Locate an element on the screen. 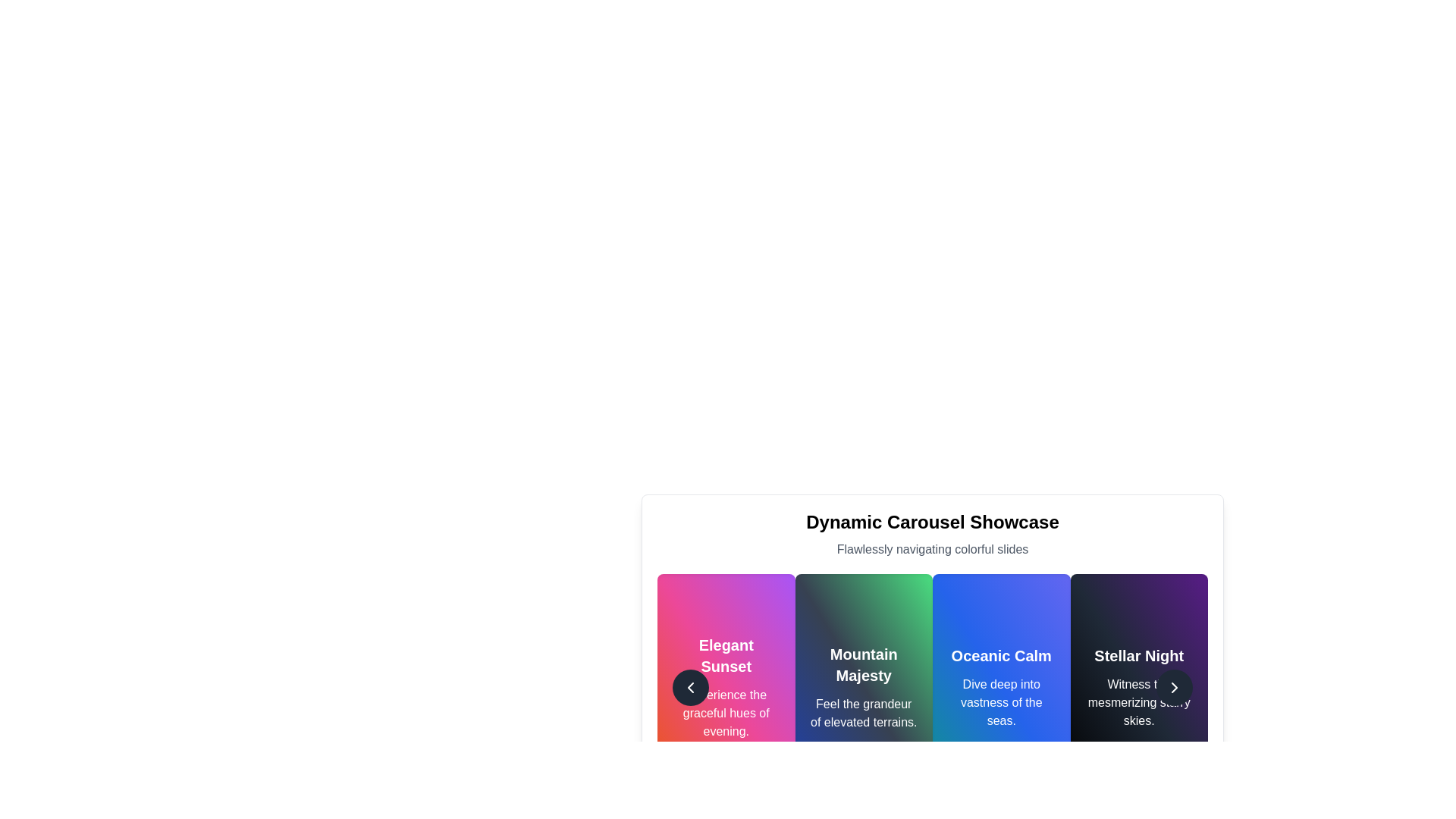 The height and width of the screenshot is (819, 1456). the text label displaying 'Elegant Sunset' in bold, large-sized font, which is styled in white against a vibrant gradient background is located at coordinates (725, 654).